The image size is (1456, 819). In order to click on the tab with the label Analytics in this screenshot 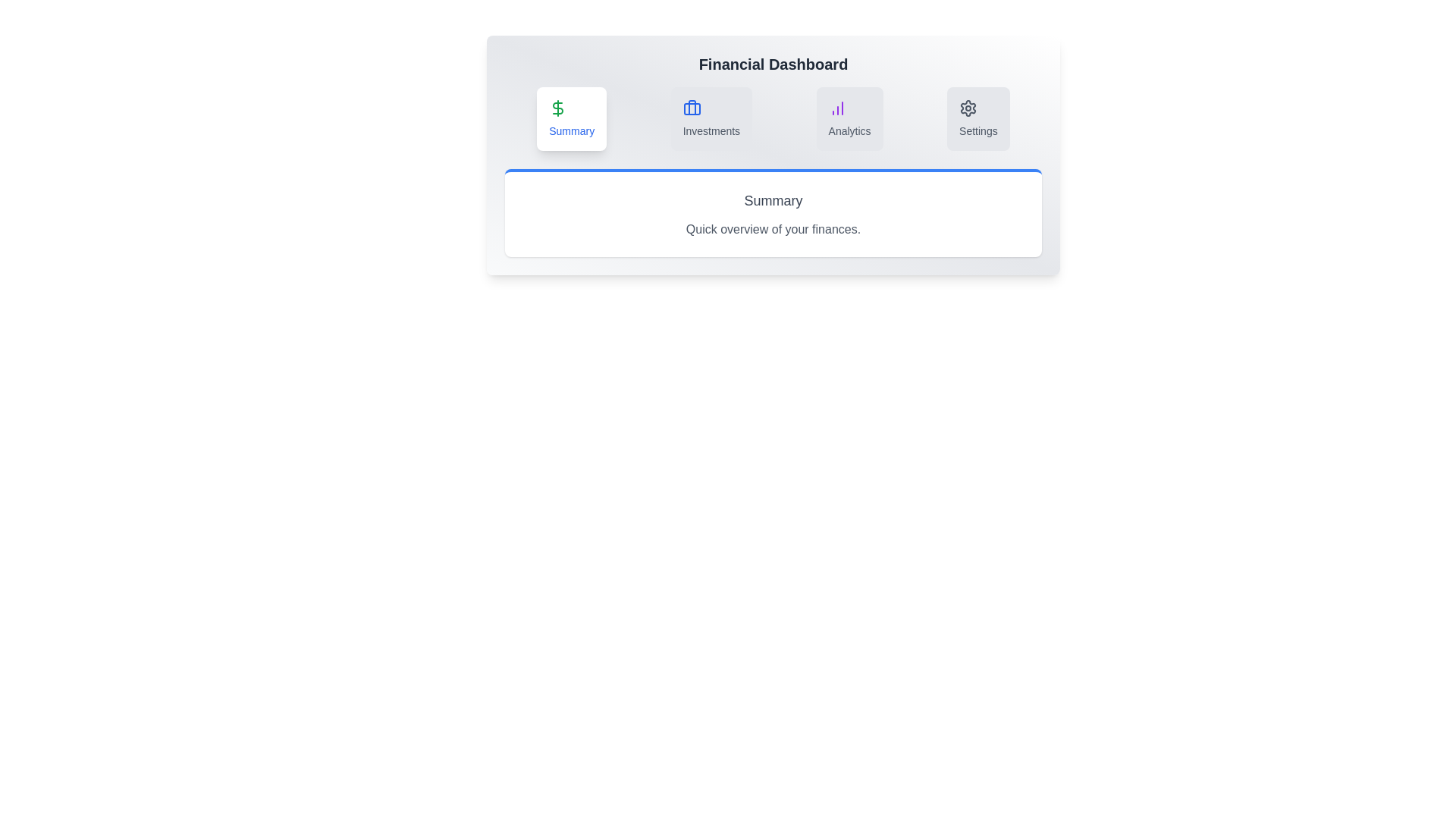, I will do `click(849, 118)`.